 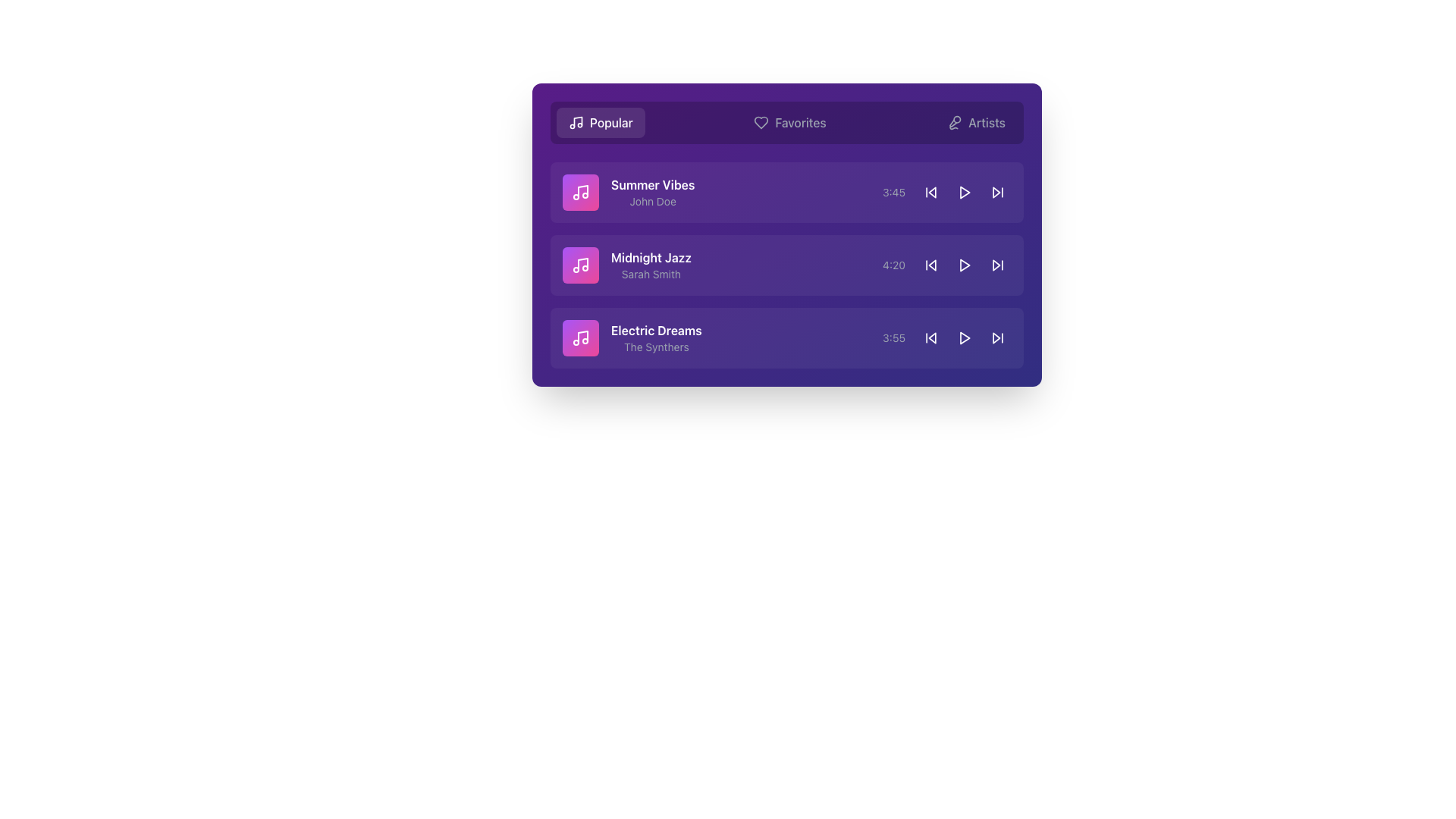 I want to click on the circular purple play button with a white play icon to play the associated track for 'Electric Dreams', so click(x=964, y=337).